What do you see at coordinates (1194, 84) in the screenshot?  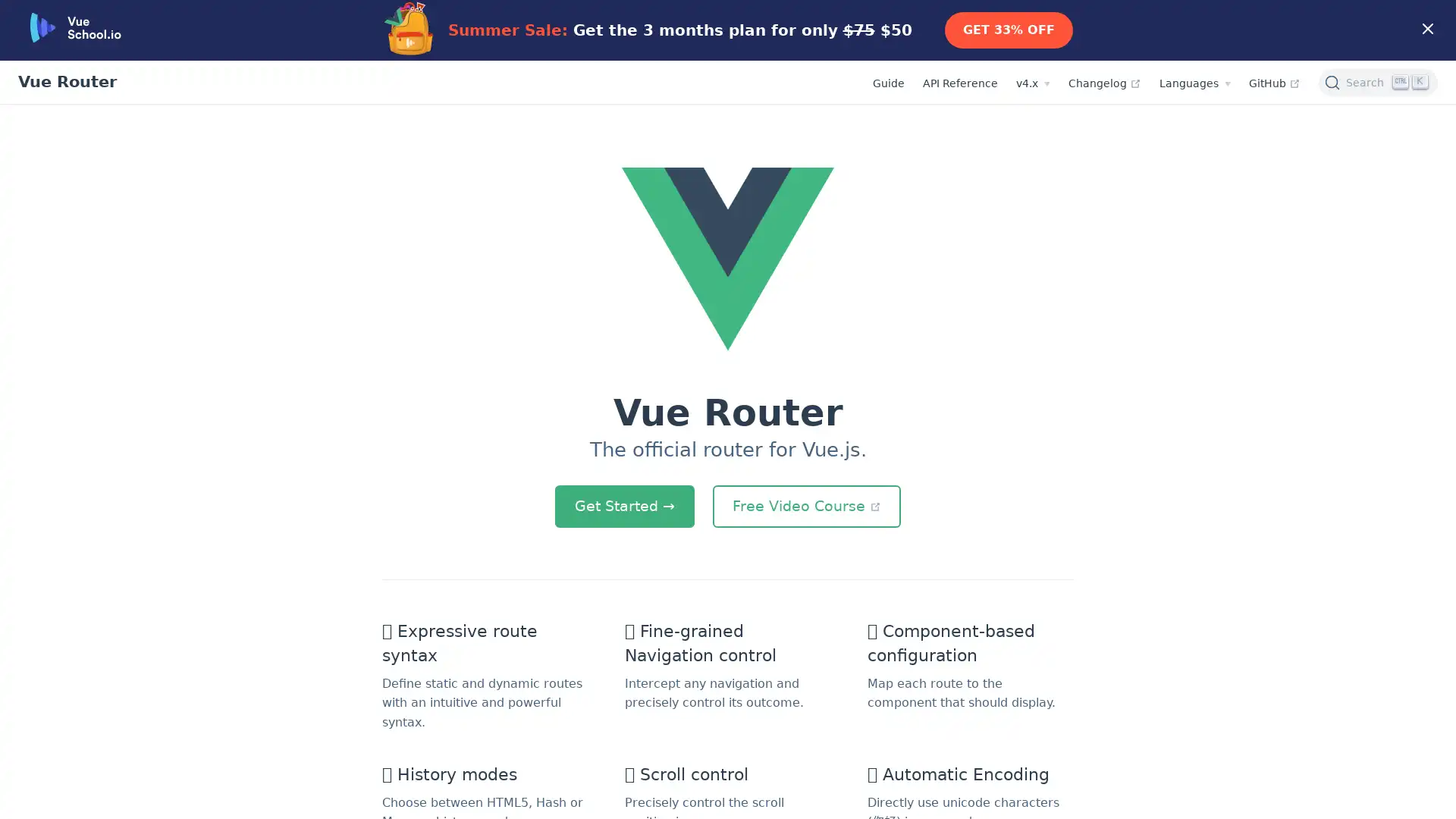 I see `Languages` at bounding box center [1194, 84].